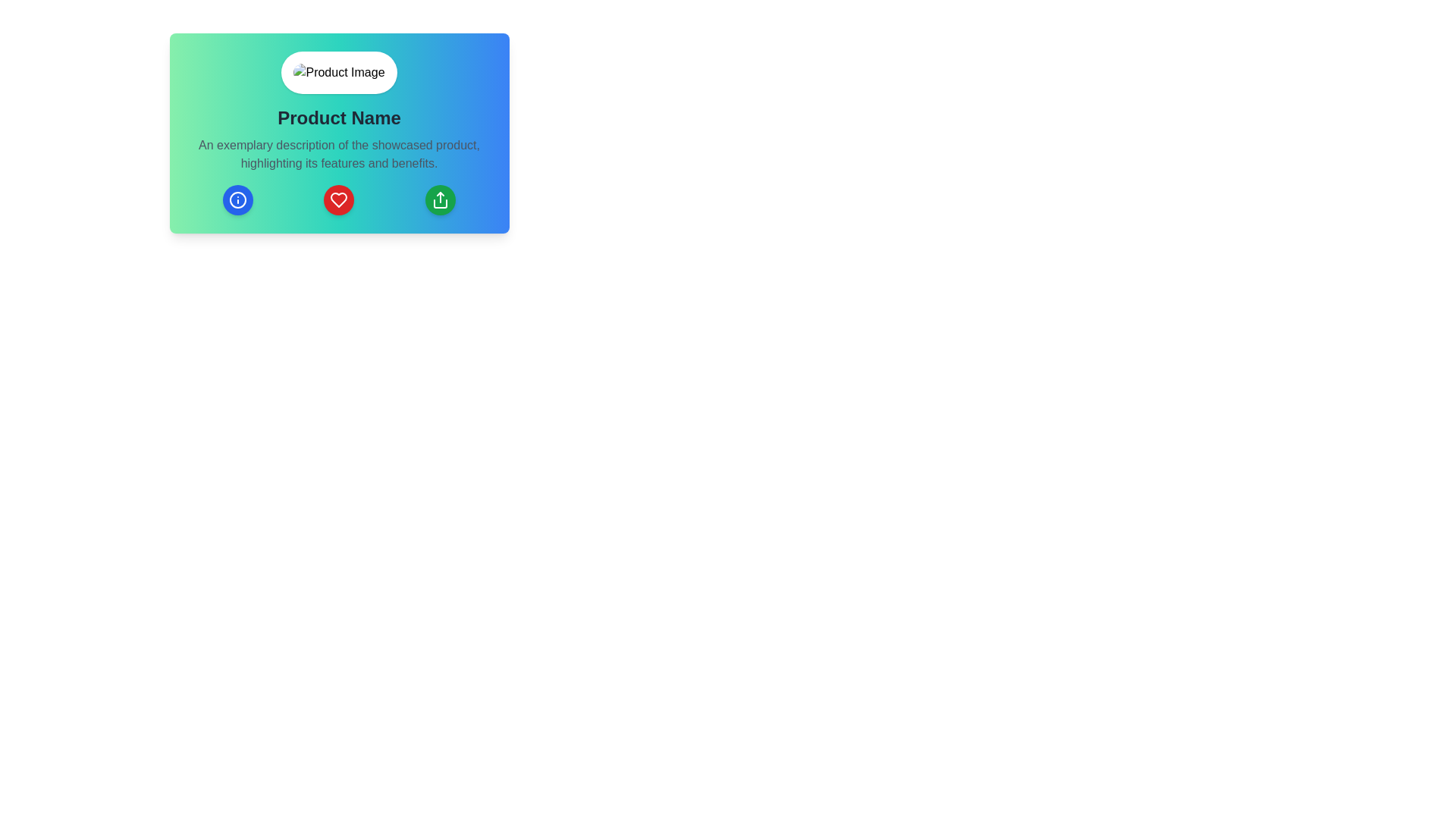 The height and width of the screenshot is (819, 1456). What do you see at coordinates (338, 155) in the screenshot?
I see `the text block containing the phrase 'An exemplary description of the showcased product, highlighting its features and benefits', which is styled with a gray font and centered alignment, positioned below the 'Product Name' title` at bounding box center [338, 155].